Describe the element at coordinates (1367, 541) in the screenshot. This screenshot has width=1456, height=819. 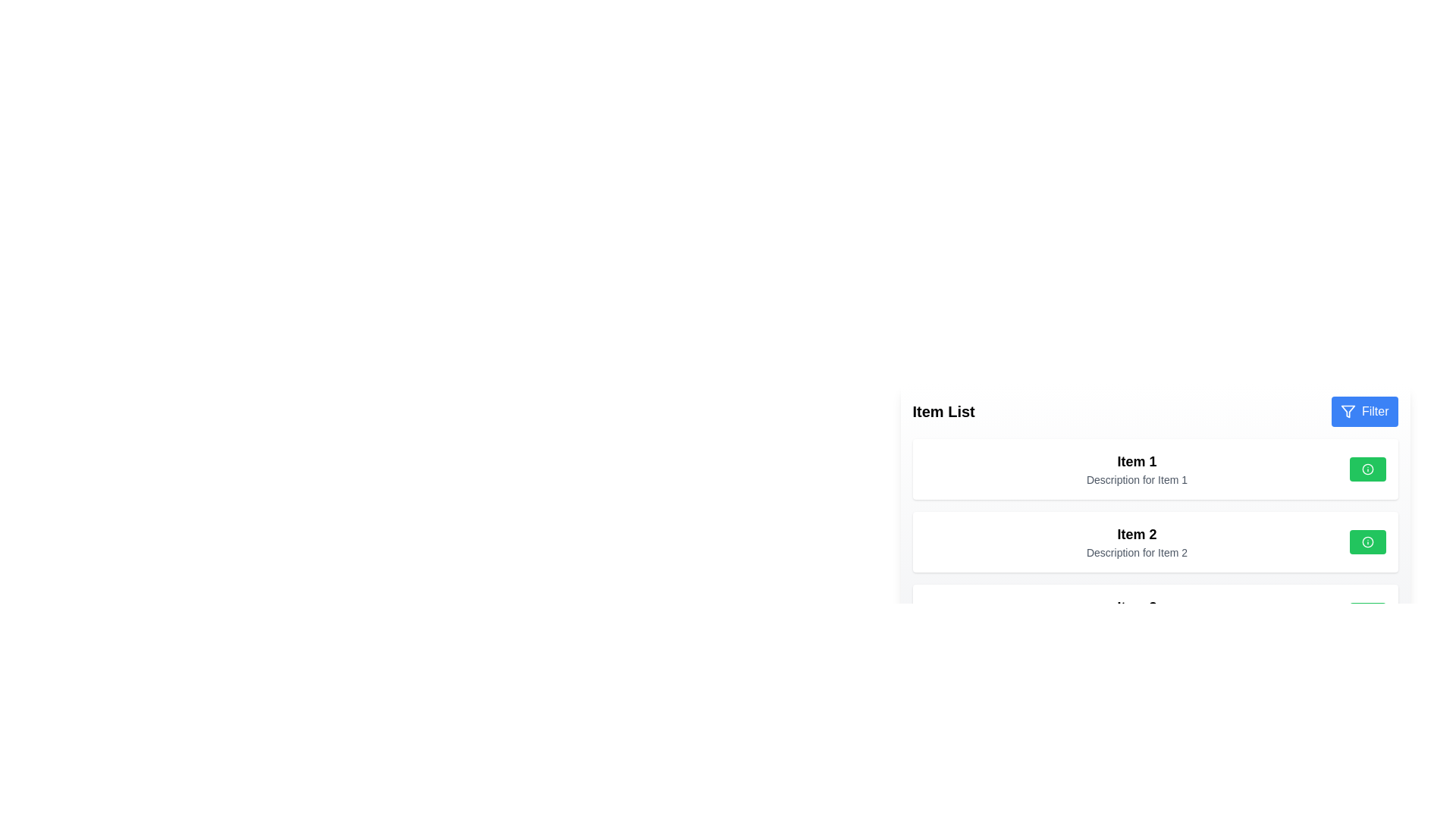
I see `the green button with rounded edges and a white circular icon at its center, located in the second item card of the list, aligned with the text description` at that location.